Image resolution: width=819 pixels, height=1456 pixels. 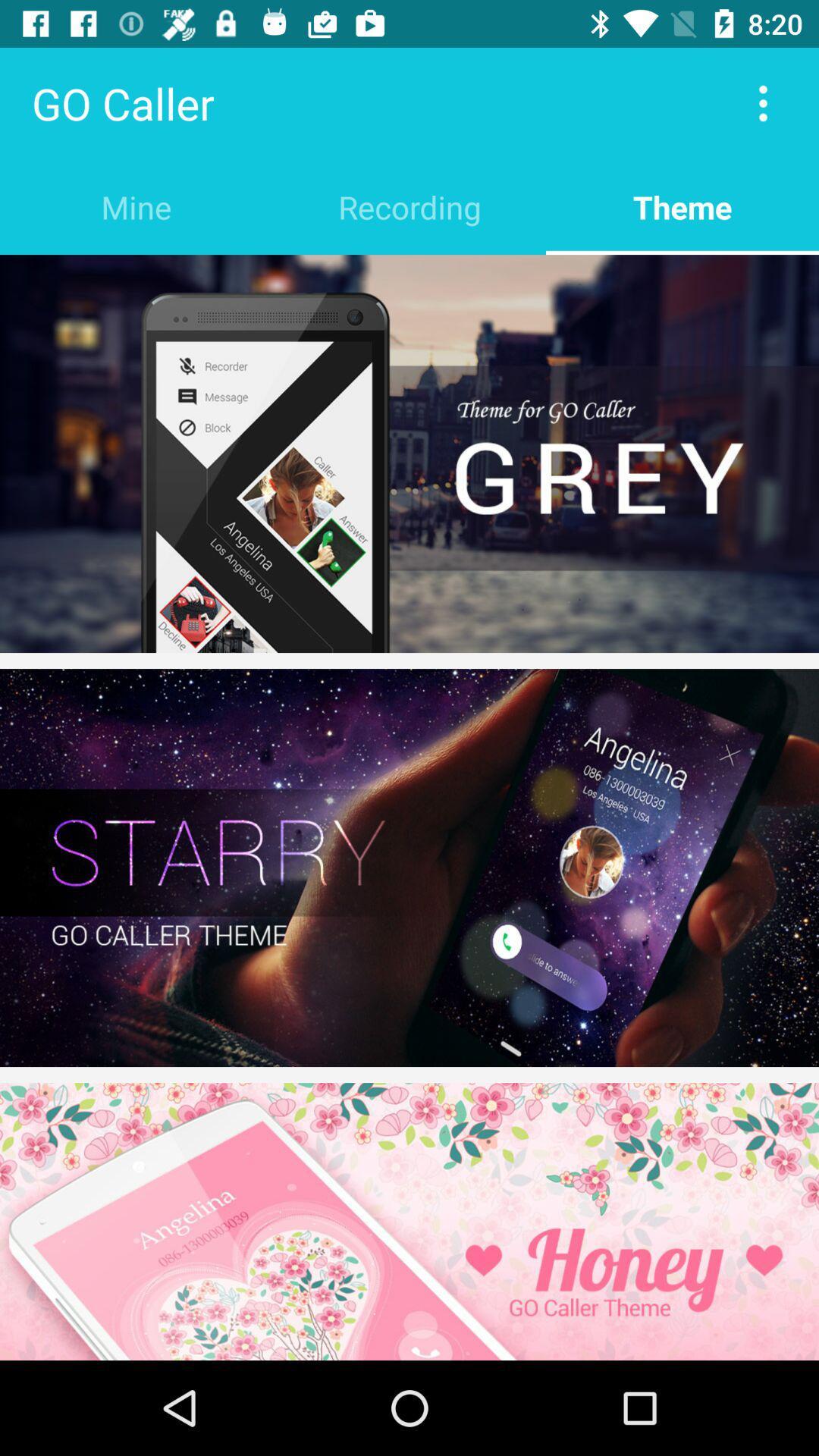 I want to click on the item to the right of the recording, so click(x=681, y=206).